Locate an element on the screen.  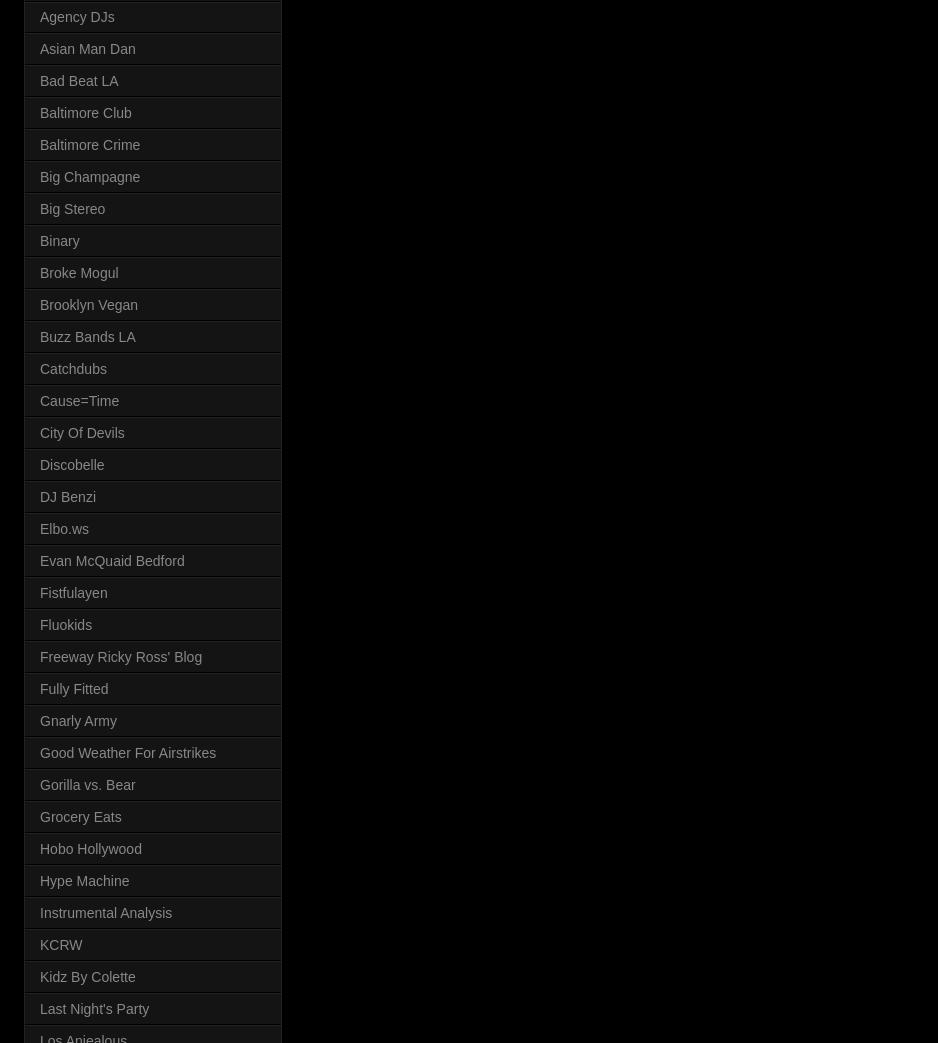
'Freeway Ricky Ross' Blog' is located at coordinates (120, 655).